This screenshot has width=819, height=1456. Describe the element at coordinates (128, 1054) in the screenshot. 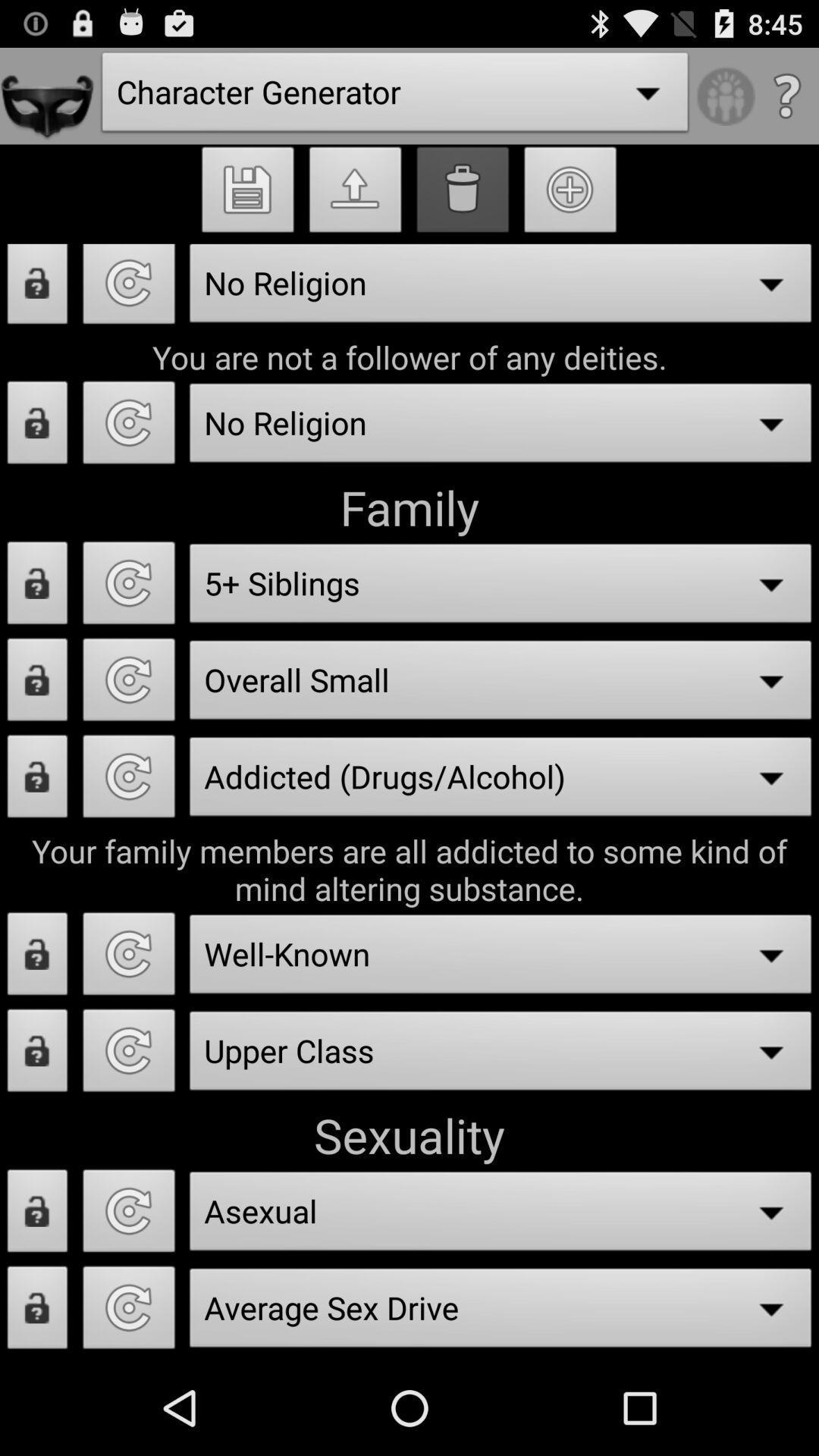

I see `randomize trait` at that location.